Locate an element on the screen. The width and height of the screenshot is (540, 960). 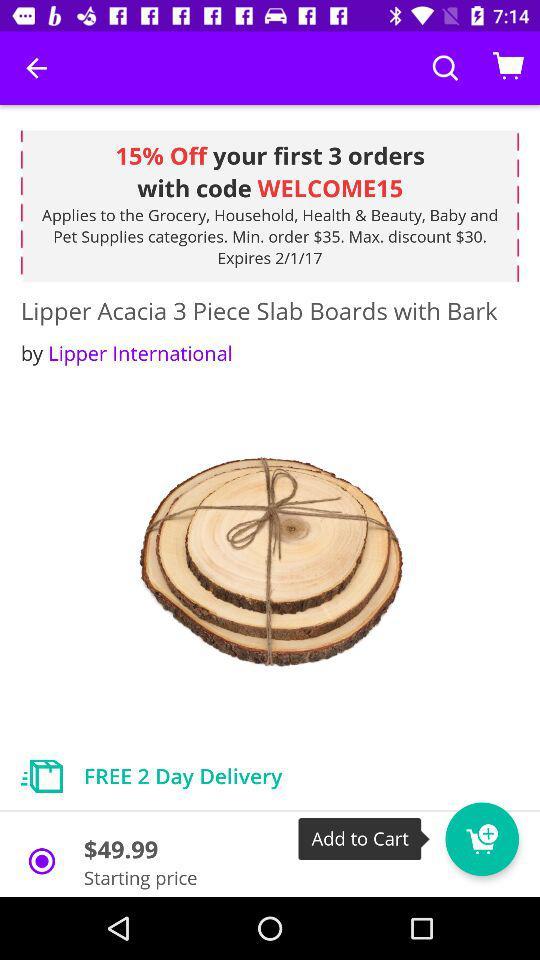
item on the left is located at coordinates (126, 353).